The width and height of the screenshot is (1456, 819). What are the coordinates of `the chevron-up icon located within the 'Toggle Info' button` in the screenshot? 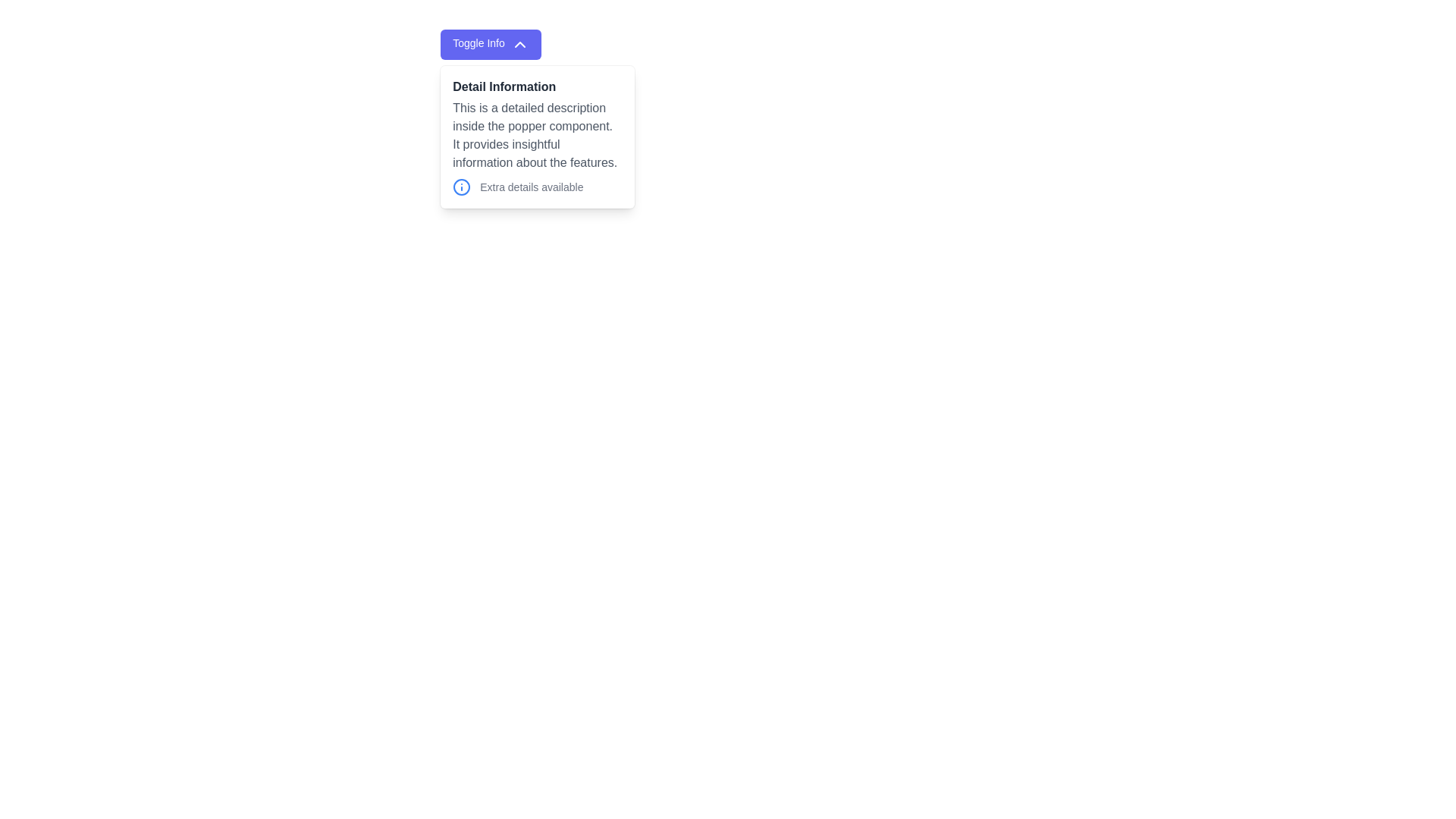 It's located at (519, 43).